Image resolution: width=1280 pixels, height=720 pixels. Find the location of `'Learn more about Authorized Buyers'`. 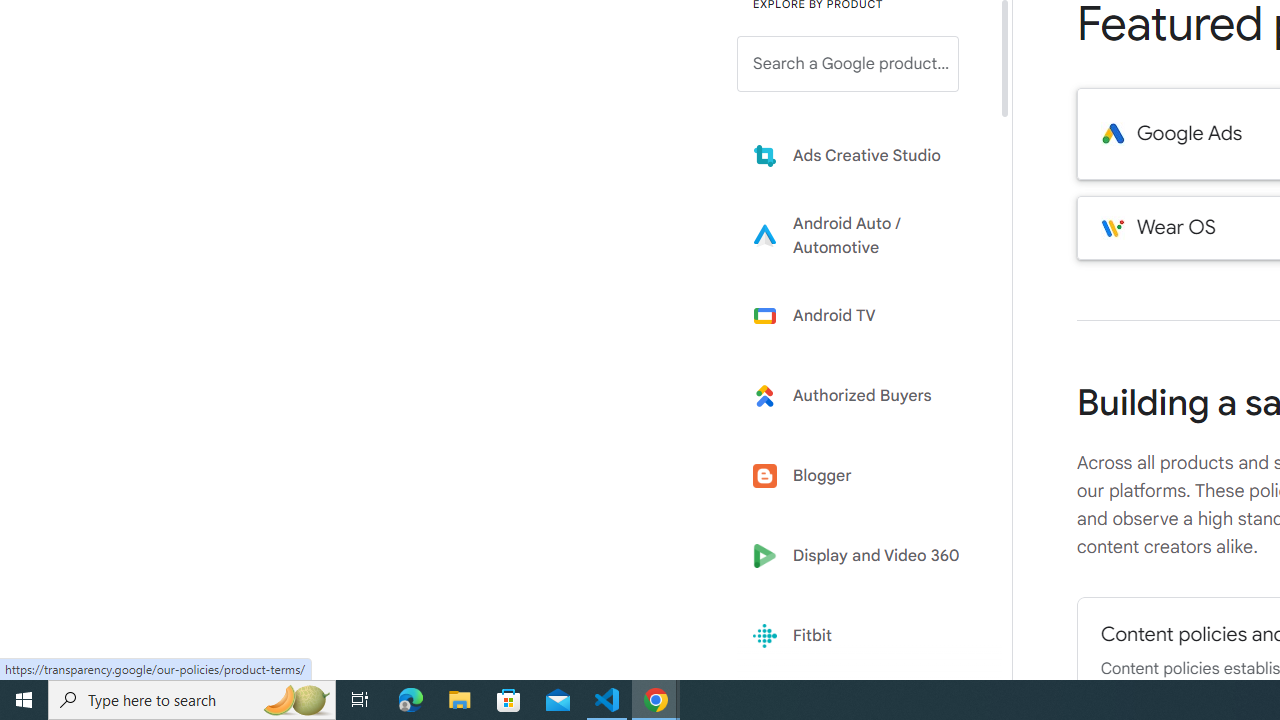

'Learn more about Authorized Buyers' is located at coordinates (862, 396).